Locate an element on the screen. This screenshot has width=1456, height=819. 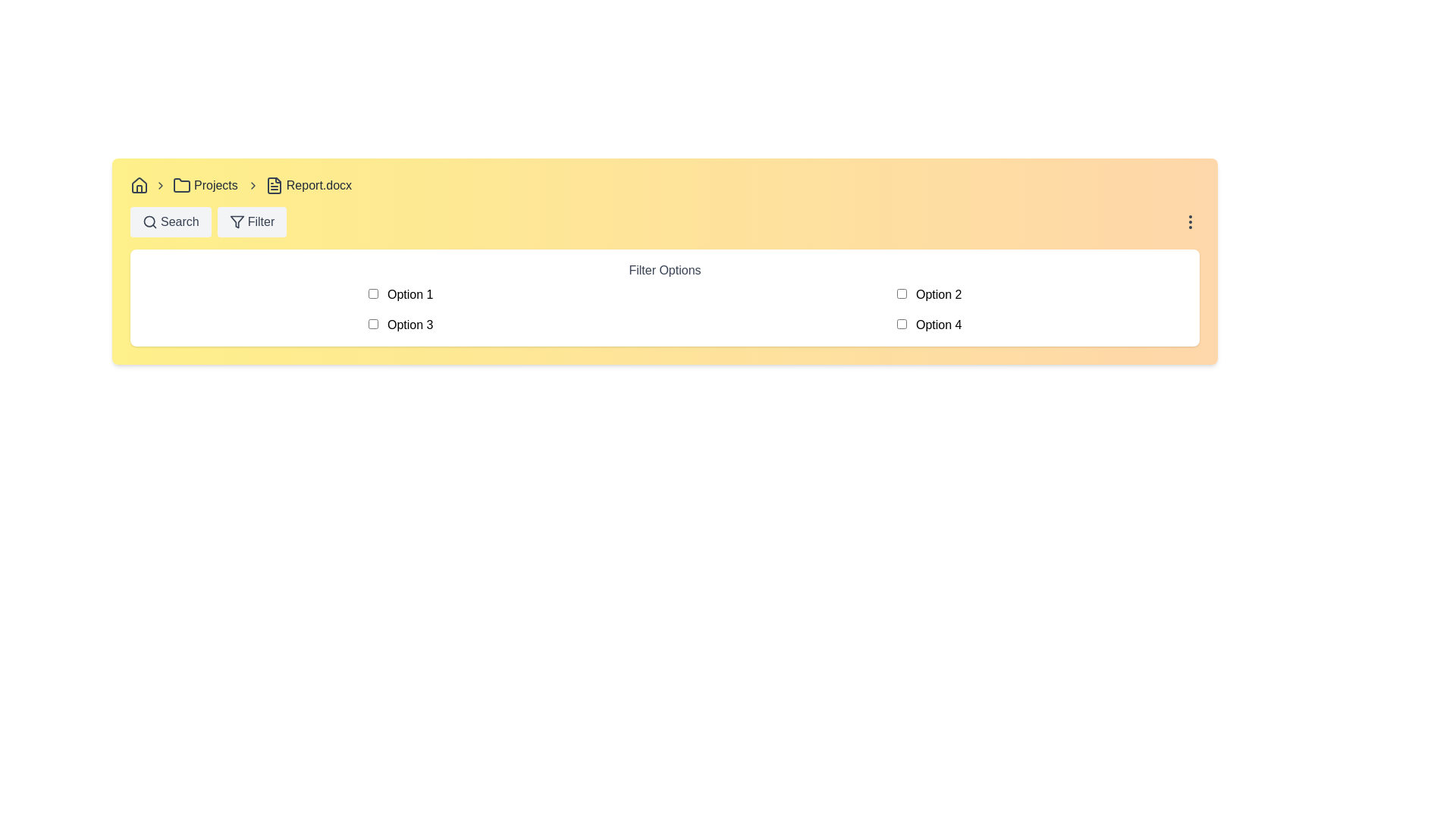
the checkbox element located to the left of the text 'Option 1' is located at coordinates (373, 293).